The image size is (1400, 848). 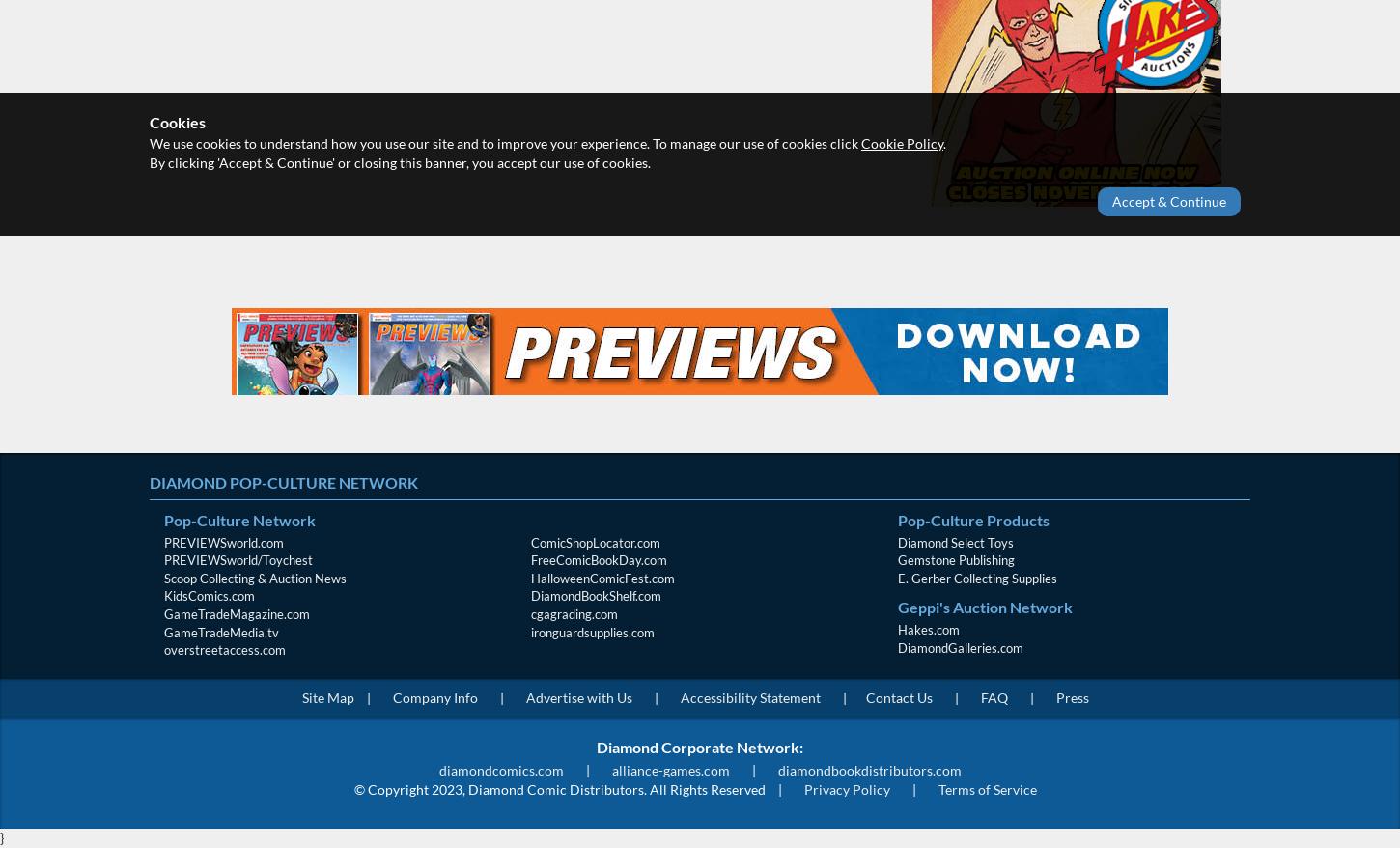 What do you see at coordinates (897, 695) in the screenshot?
I see `'Contact Us'` at bounding box center [897, 695].